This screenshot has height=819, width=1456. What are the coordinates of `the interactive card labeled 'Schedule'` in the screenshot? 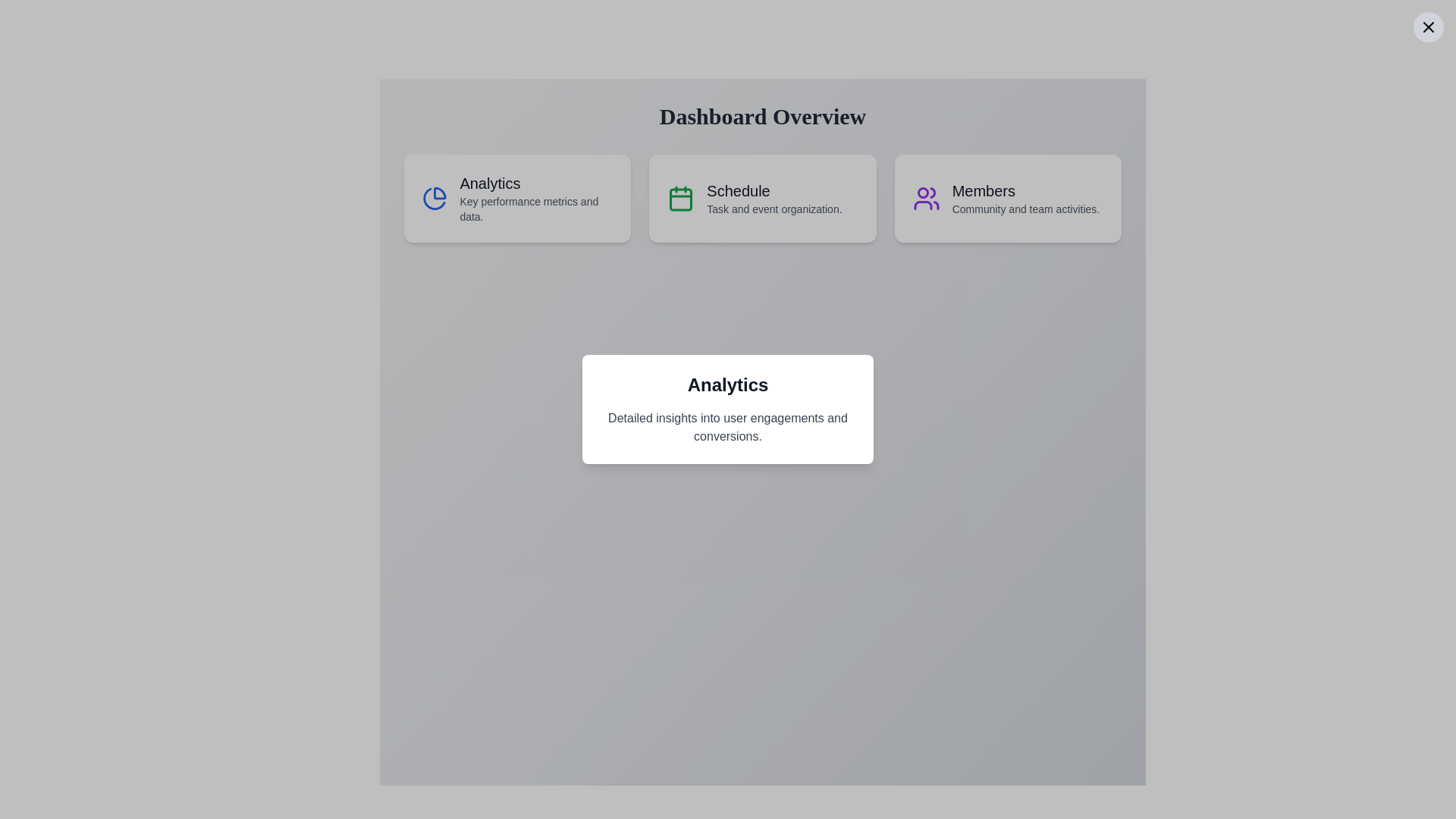 It's located at (763, 198).